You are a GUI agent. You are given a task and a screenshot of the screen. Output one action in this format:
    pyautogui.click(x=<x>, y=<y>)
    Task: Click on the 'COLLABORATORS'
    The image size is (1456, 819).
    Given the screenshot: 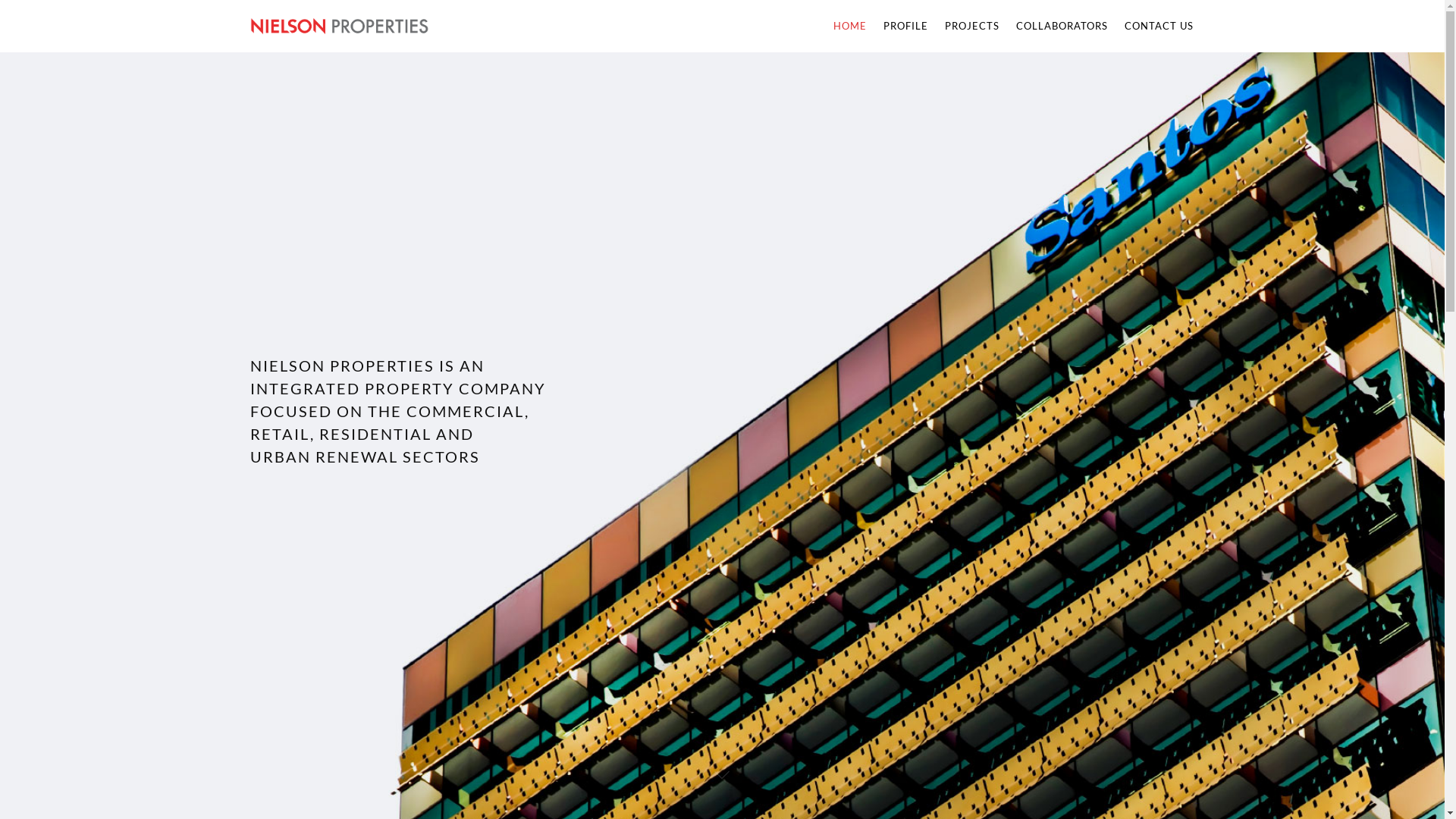 What is the action you would take?
    pyautogui.click(x=1008, y=26)
    